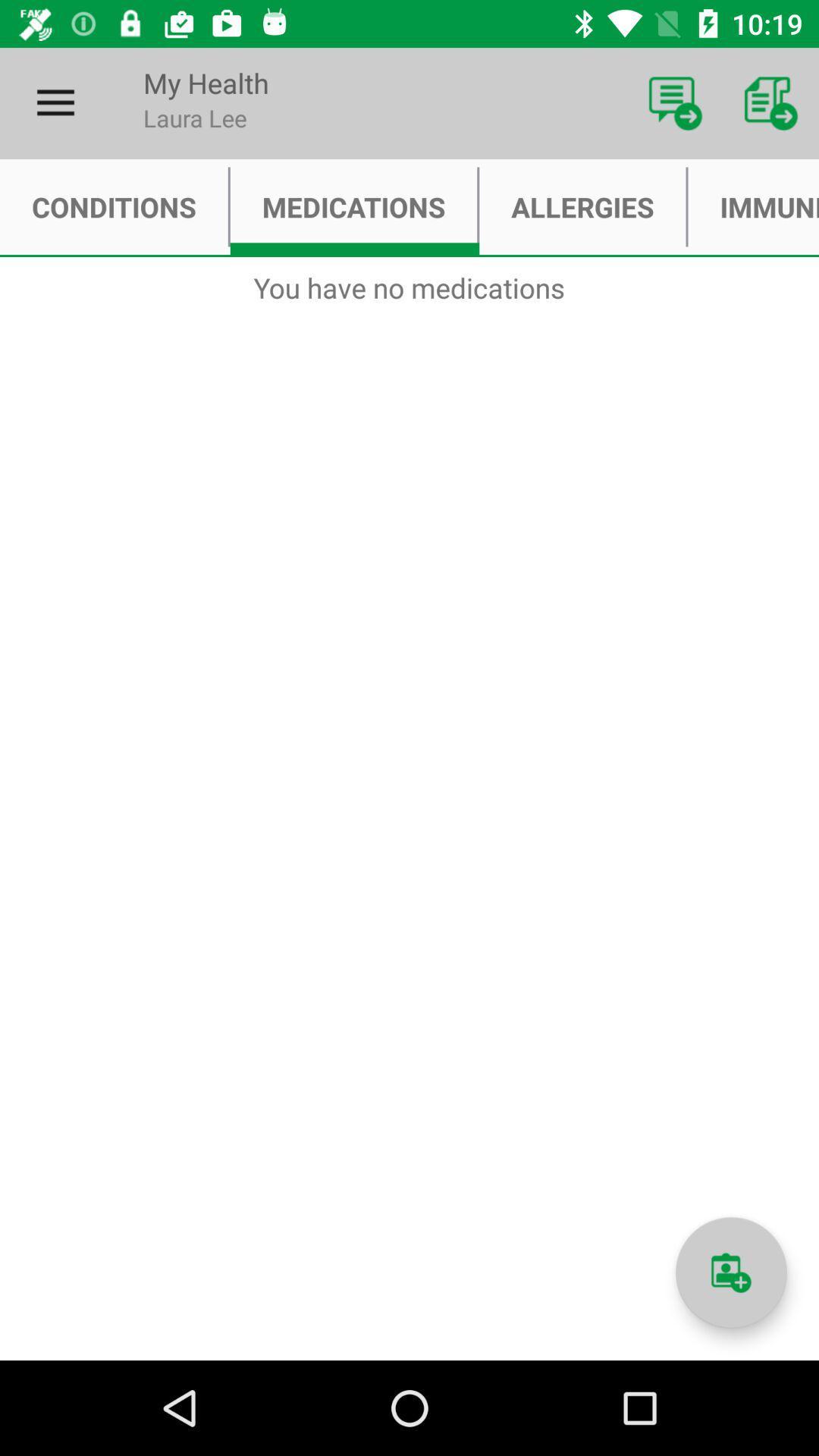 The height and width of the screenshot is (1456, 819). I want to click on the icon above the allergies icon, so click(675, 102).